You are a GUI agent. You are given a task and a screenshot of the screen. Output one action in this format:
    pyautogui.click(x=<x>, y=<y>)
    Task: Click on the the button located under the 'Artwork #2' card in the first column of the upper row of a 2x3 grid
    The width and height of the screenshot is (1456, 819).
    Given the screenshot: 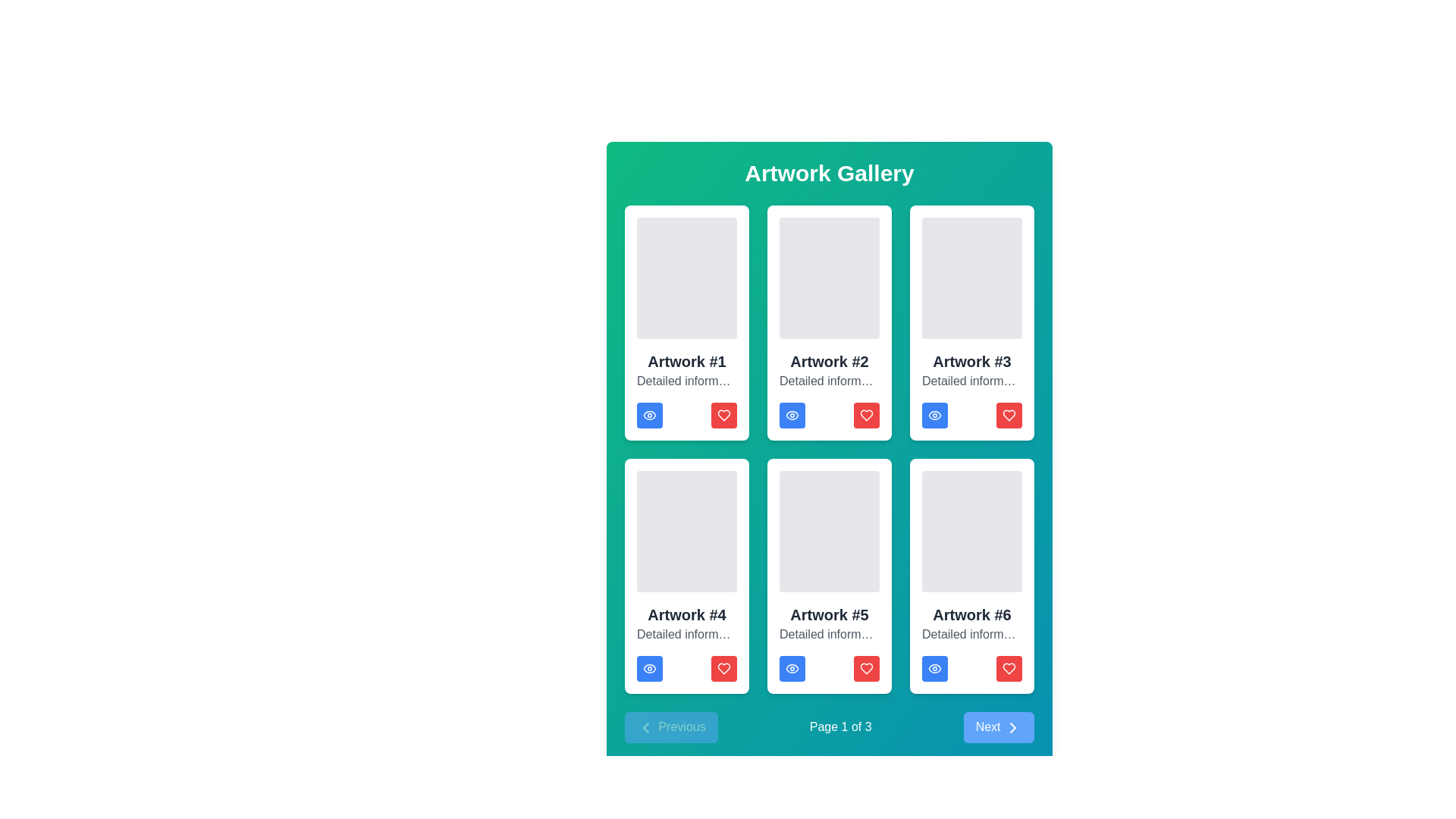 What is the action you would take?
    pyautogui.click(x=792, y=415)
    